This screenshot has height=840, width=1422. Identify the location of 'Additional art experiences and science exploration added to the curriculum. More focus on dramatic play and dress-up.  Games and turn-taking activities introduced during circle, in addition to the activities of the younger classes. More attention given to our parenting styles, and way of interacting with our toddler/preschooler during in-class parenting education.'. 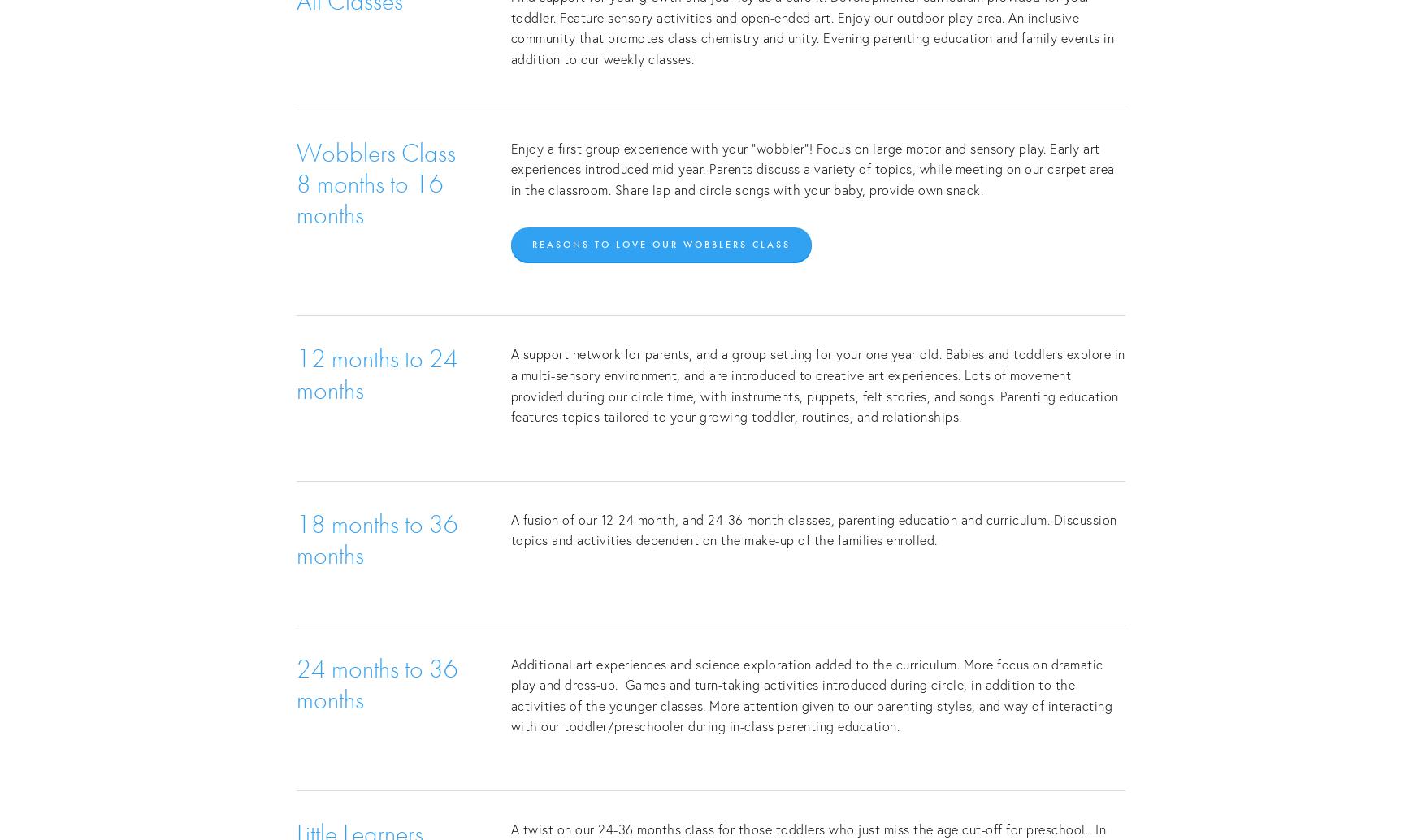
(813, 694).